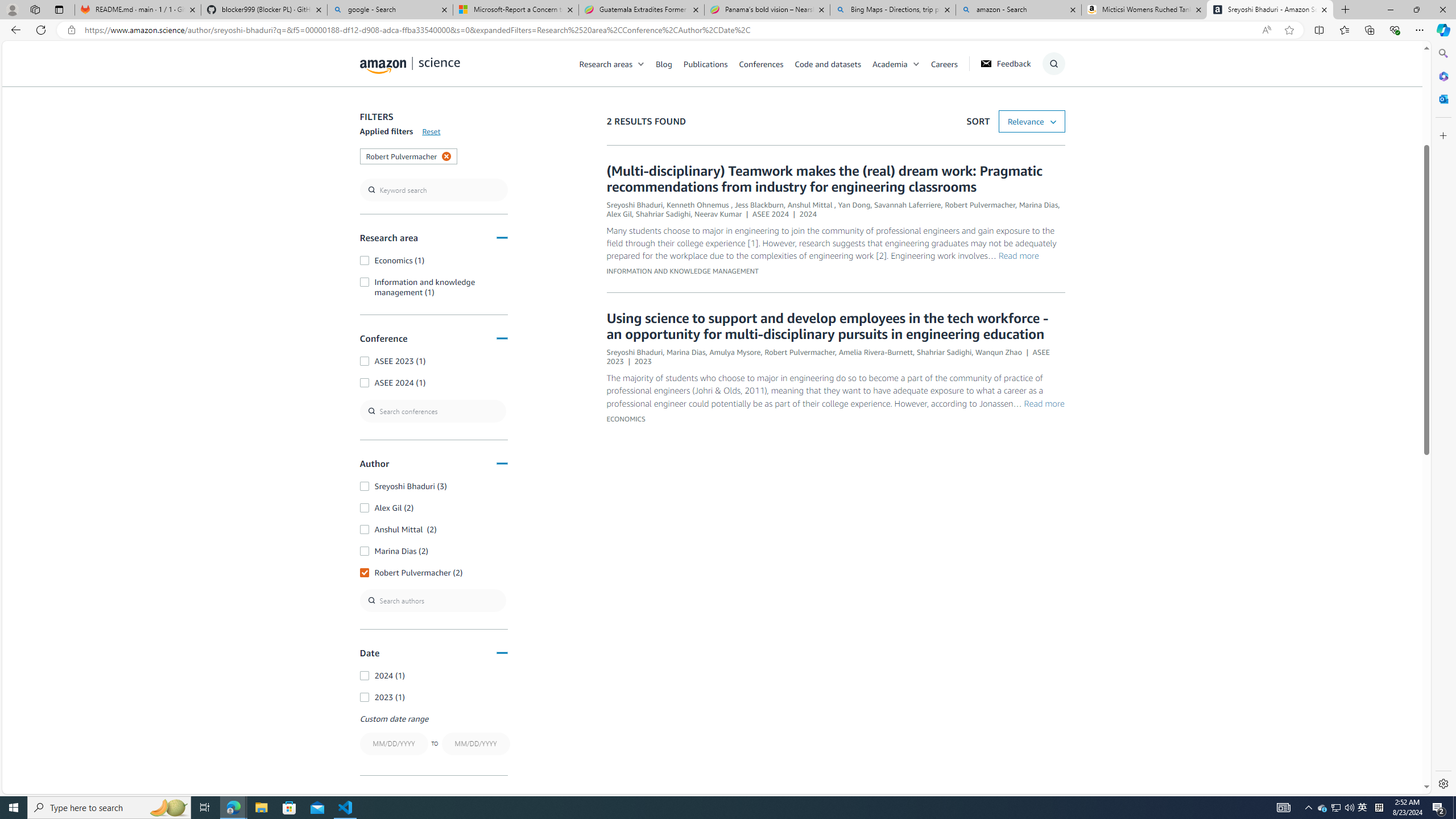 This screenshot has height=819, width=1456. I want to click on 'Blog', so click(669, 63).